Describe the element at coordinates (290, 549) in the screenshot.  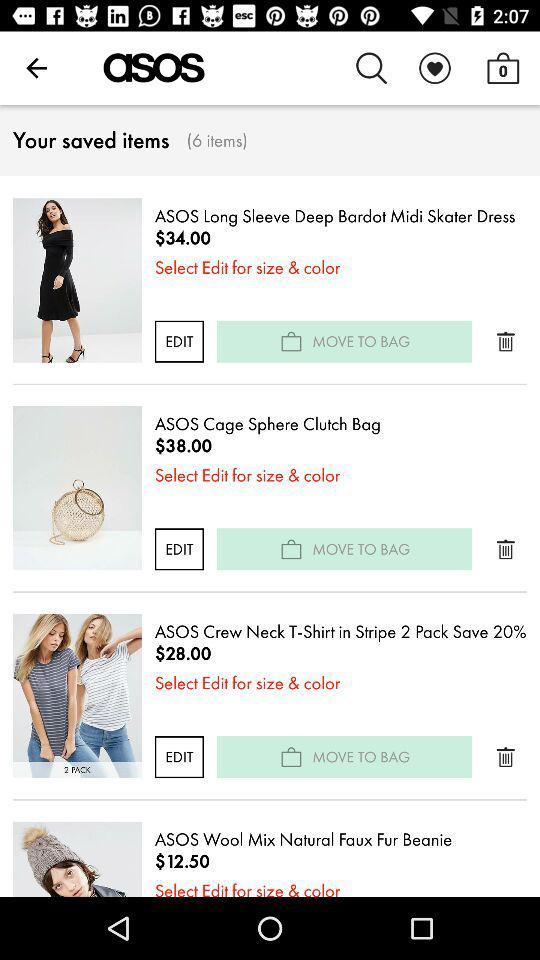
I see `the icon which is left of move to bag` at that location.